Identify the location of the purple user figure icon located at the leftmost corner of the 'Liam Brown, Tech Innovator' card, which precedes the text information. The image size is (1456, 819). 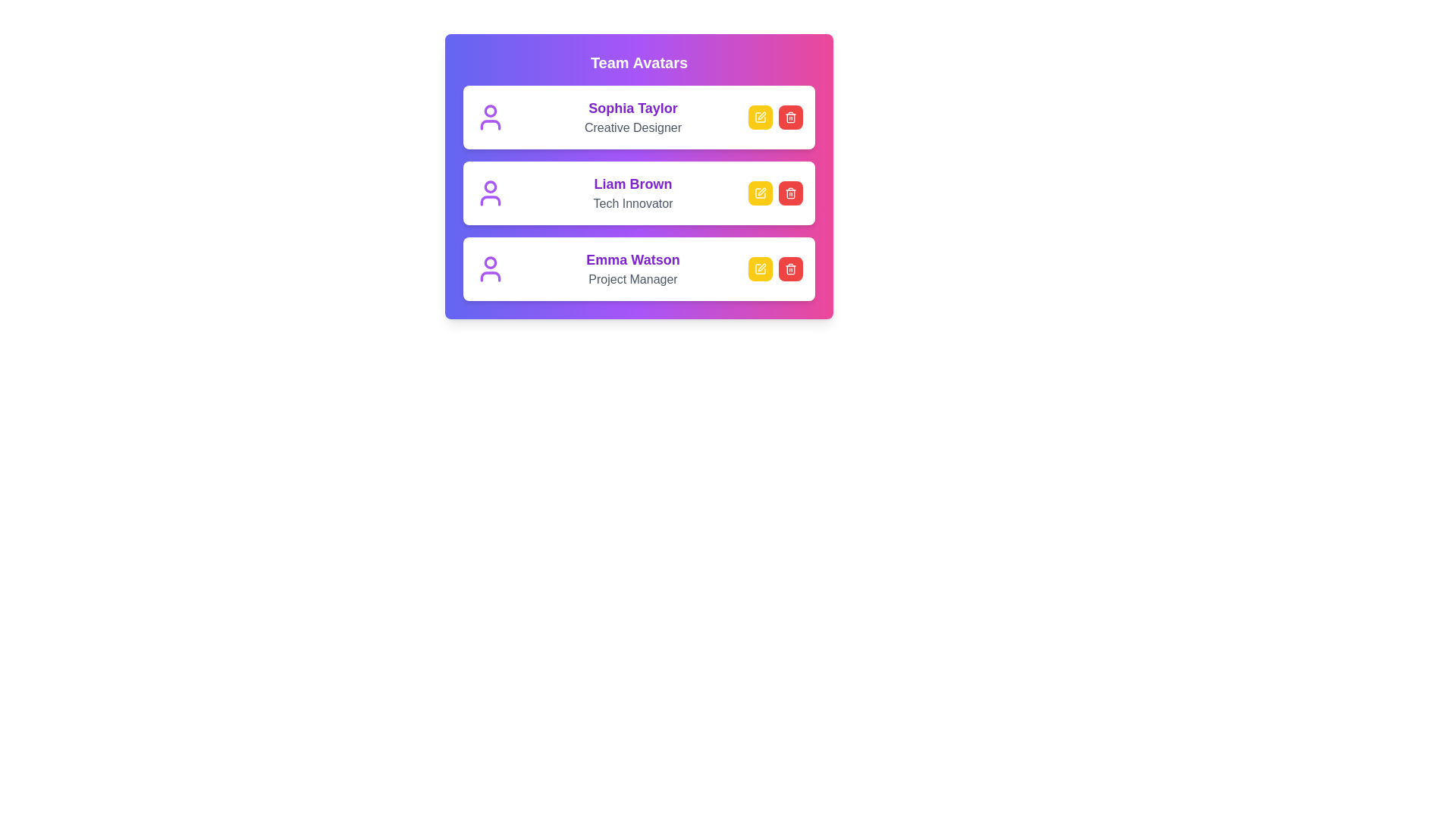
(491, 192).